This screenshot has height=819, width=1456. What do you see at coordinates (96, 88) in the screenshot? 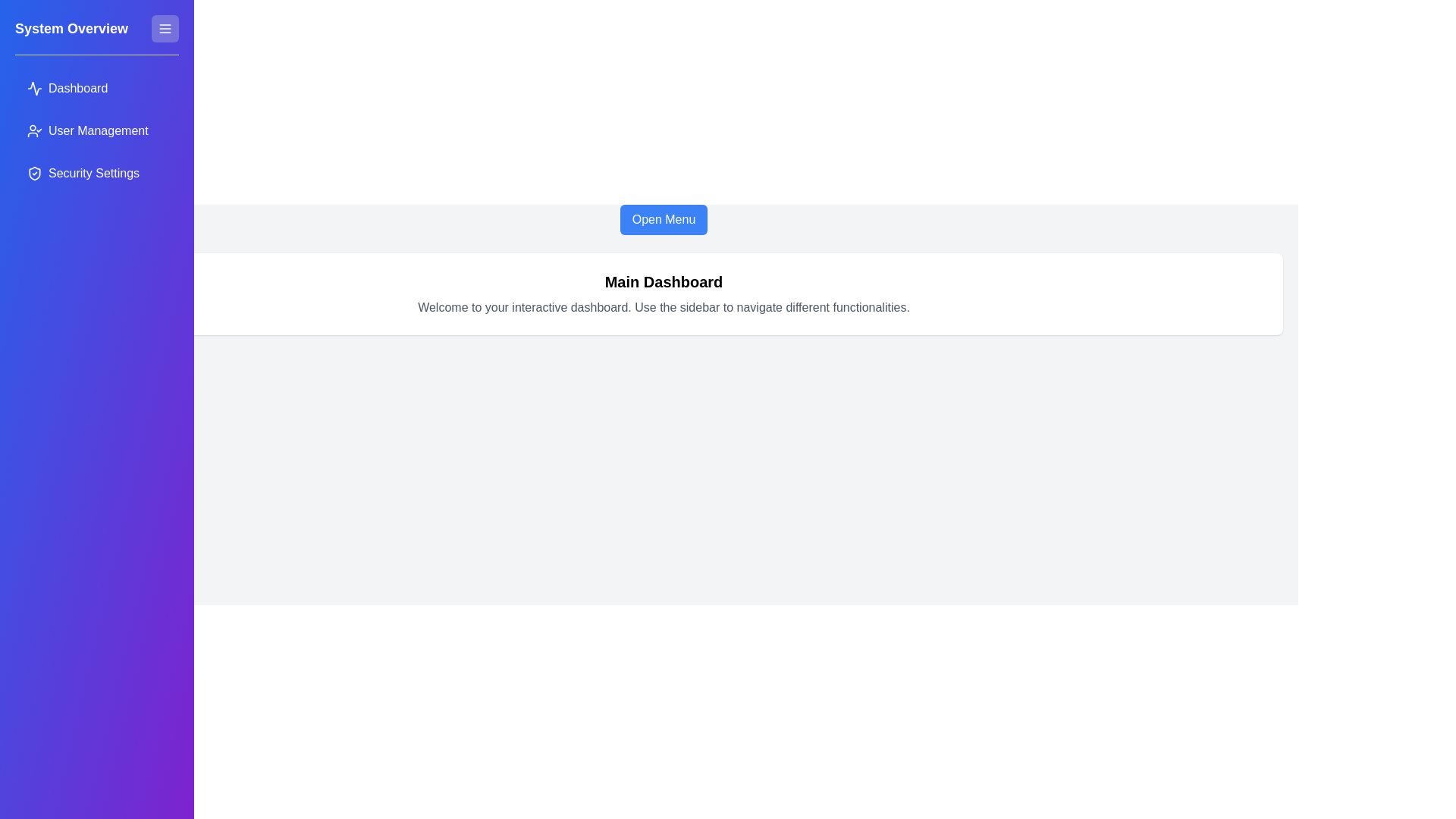
I see `the menu item labeled Dashboard to navigate to its section` at bounding box center [96, 88].